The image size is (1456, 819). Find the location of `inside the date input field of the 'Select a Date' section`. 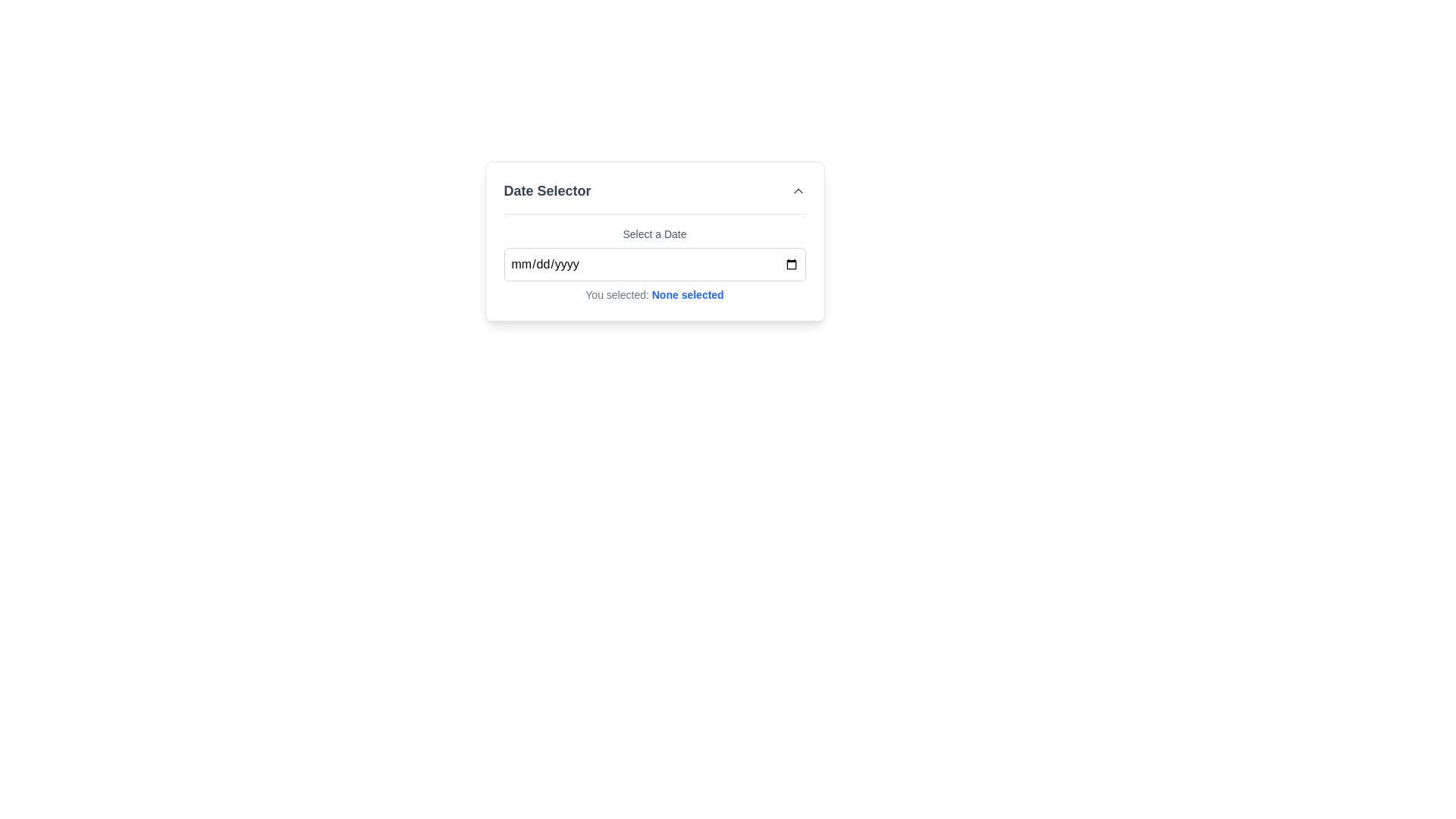

inside the date input field of the 'Select a Date' section is located at coordinates (654, 263).